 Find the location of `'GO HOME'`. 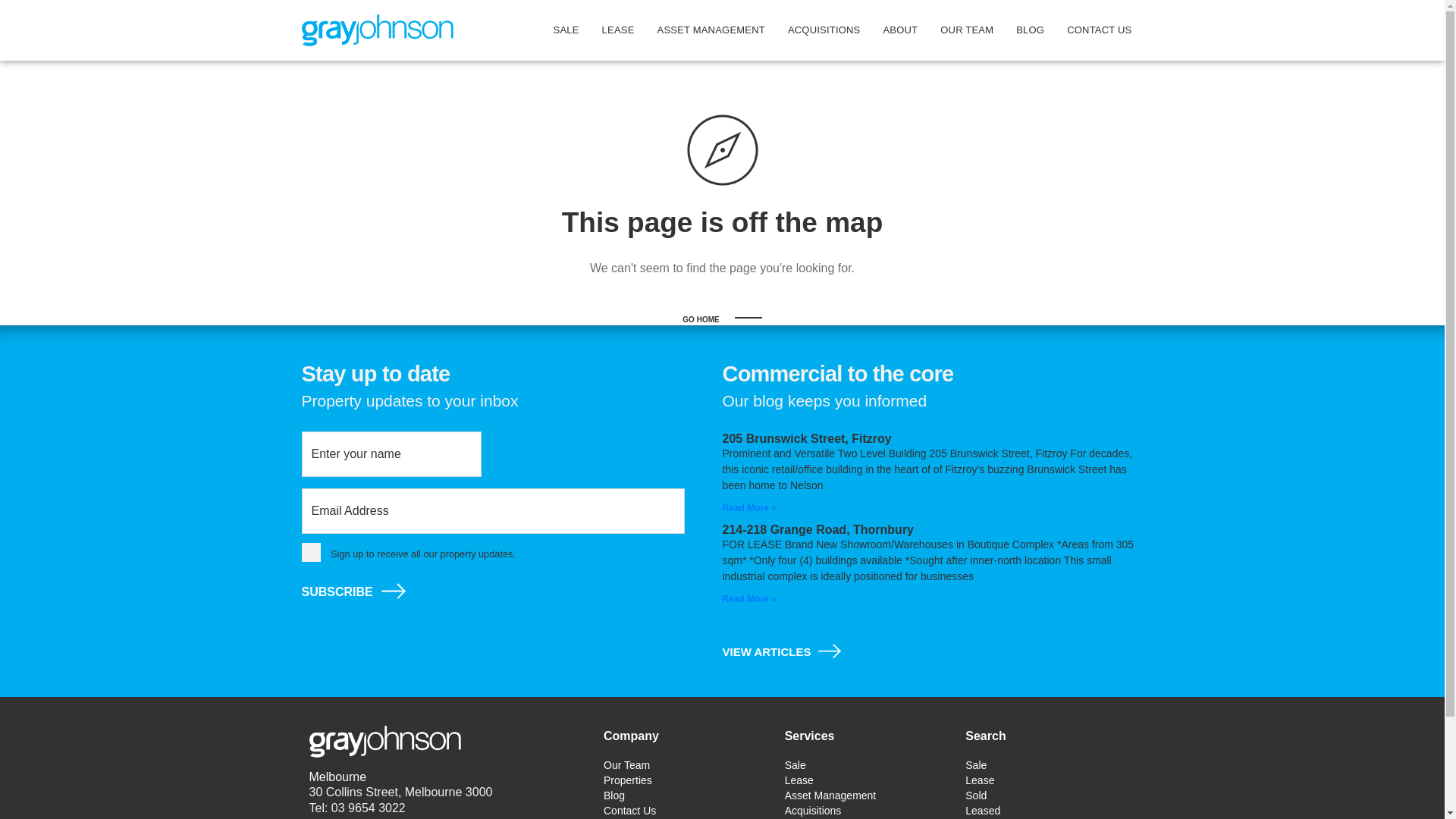

'GO HOME' is located at coordinates (720, 318).